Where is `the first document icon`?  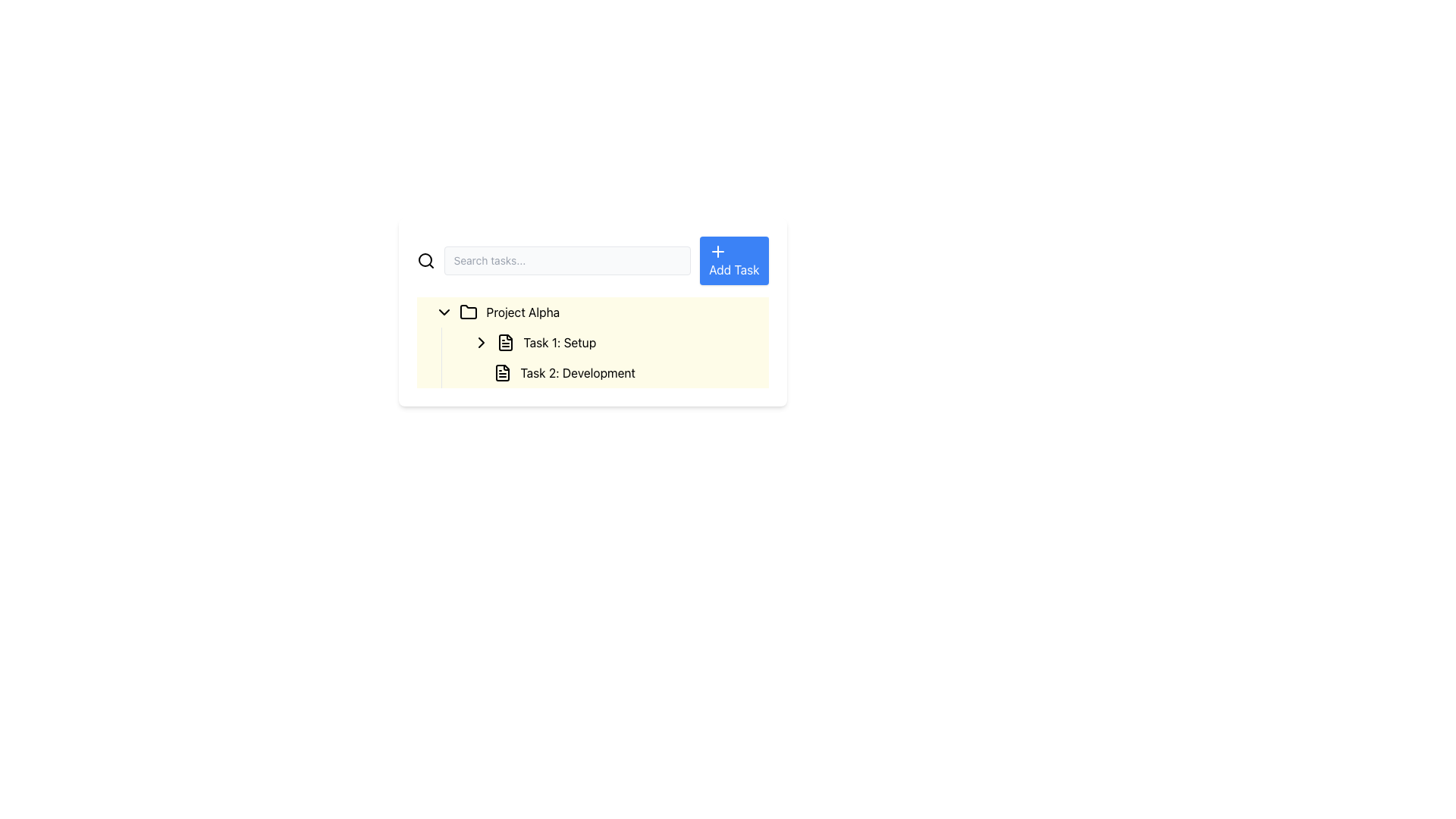
the first document icon is located at coordinates (505, 342).